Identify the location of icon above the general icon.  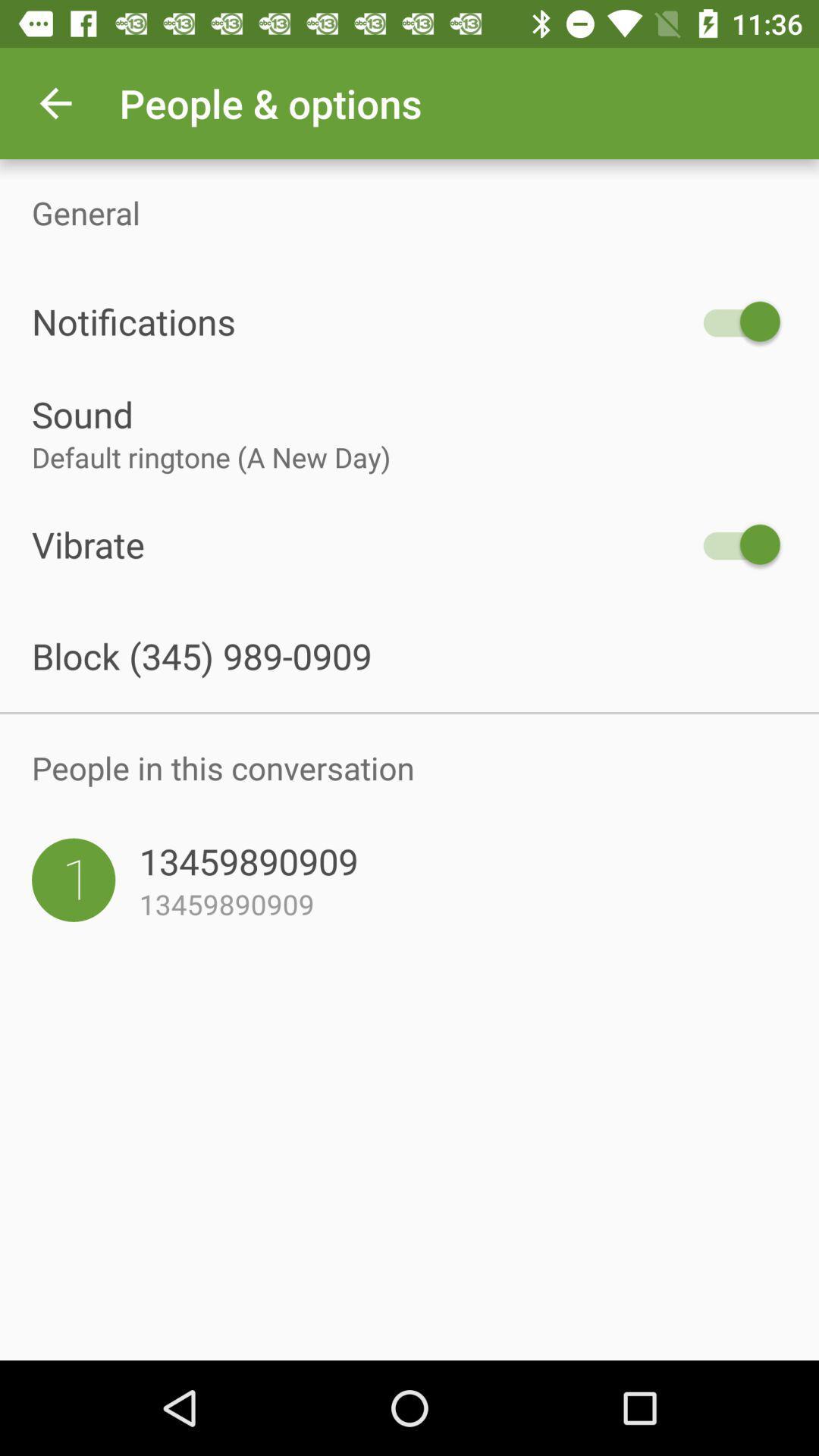
(55, 102).